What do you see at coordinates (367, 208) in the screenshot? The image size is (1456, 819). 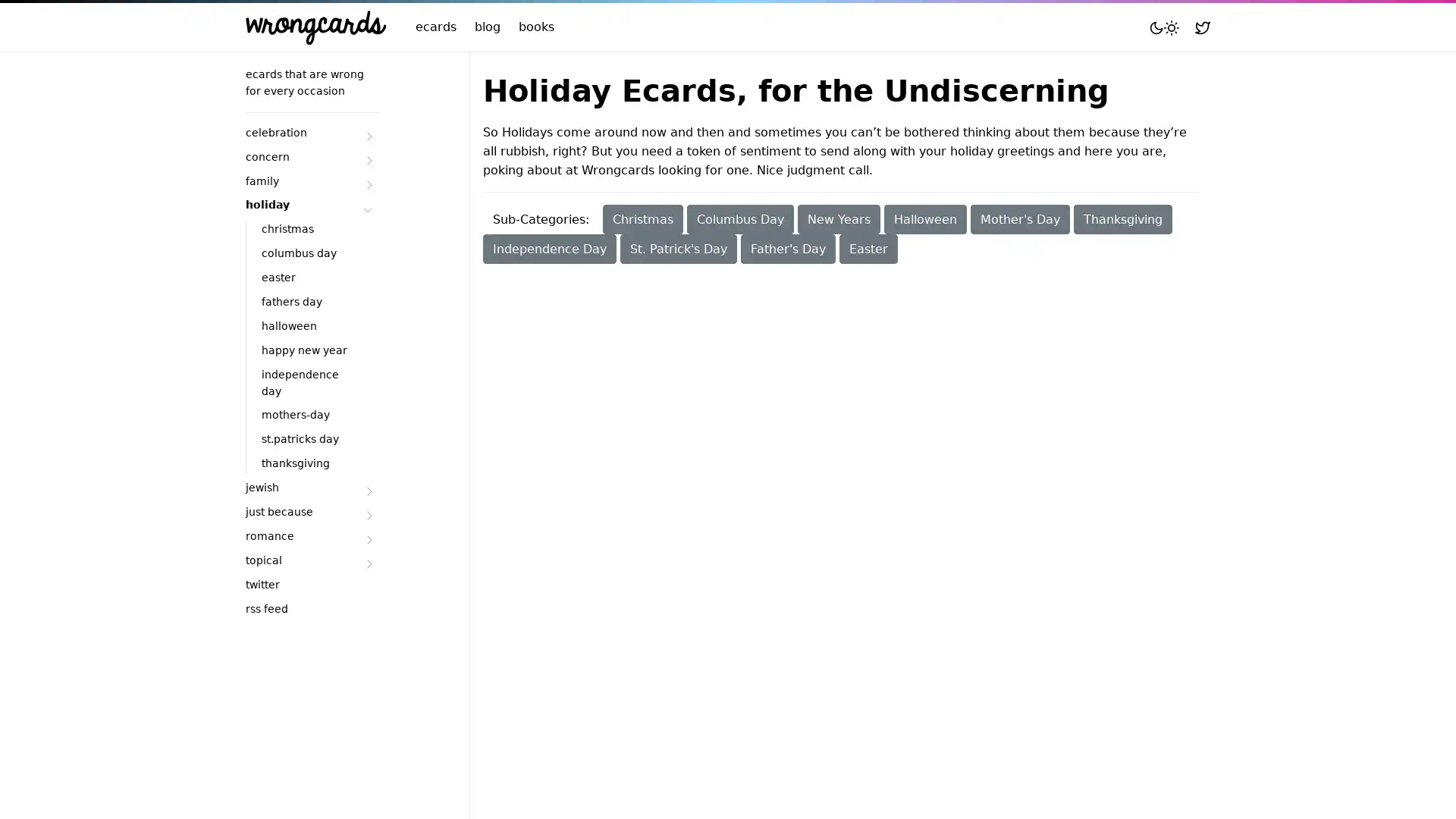 I see `Submenu` at bounding box center [367, 208].